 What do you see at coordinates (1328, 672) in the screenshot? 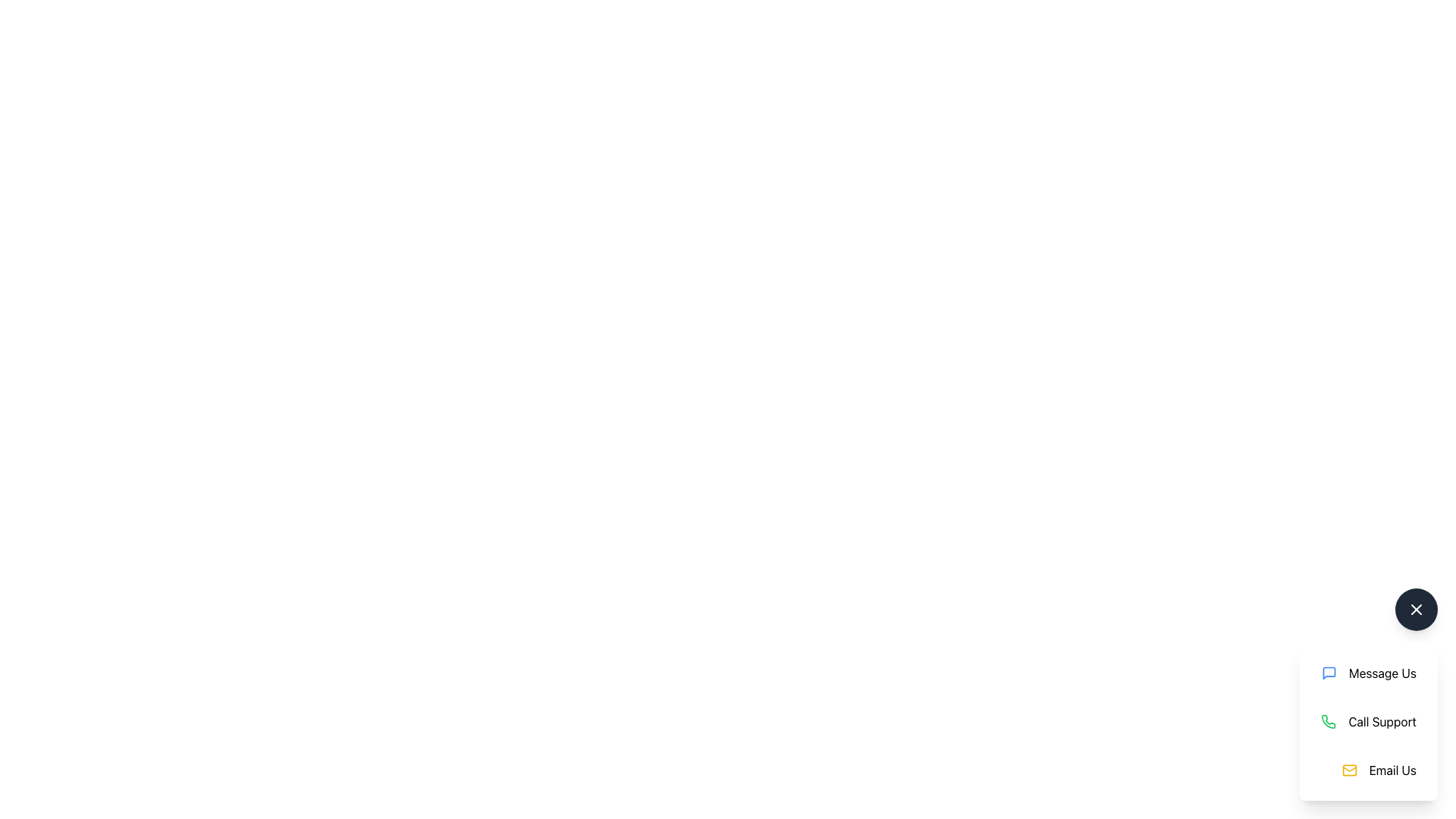
I see `the graphical speech bubble icon styled in blue, which is positioned to the left of the 'Message Us' text` at bounding box center [1328, 672].